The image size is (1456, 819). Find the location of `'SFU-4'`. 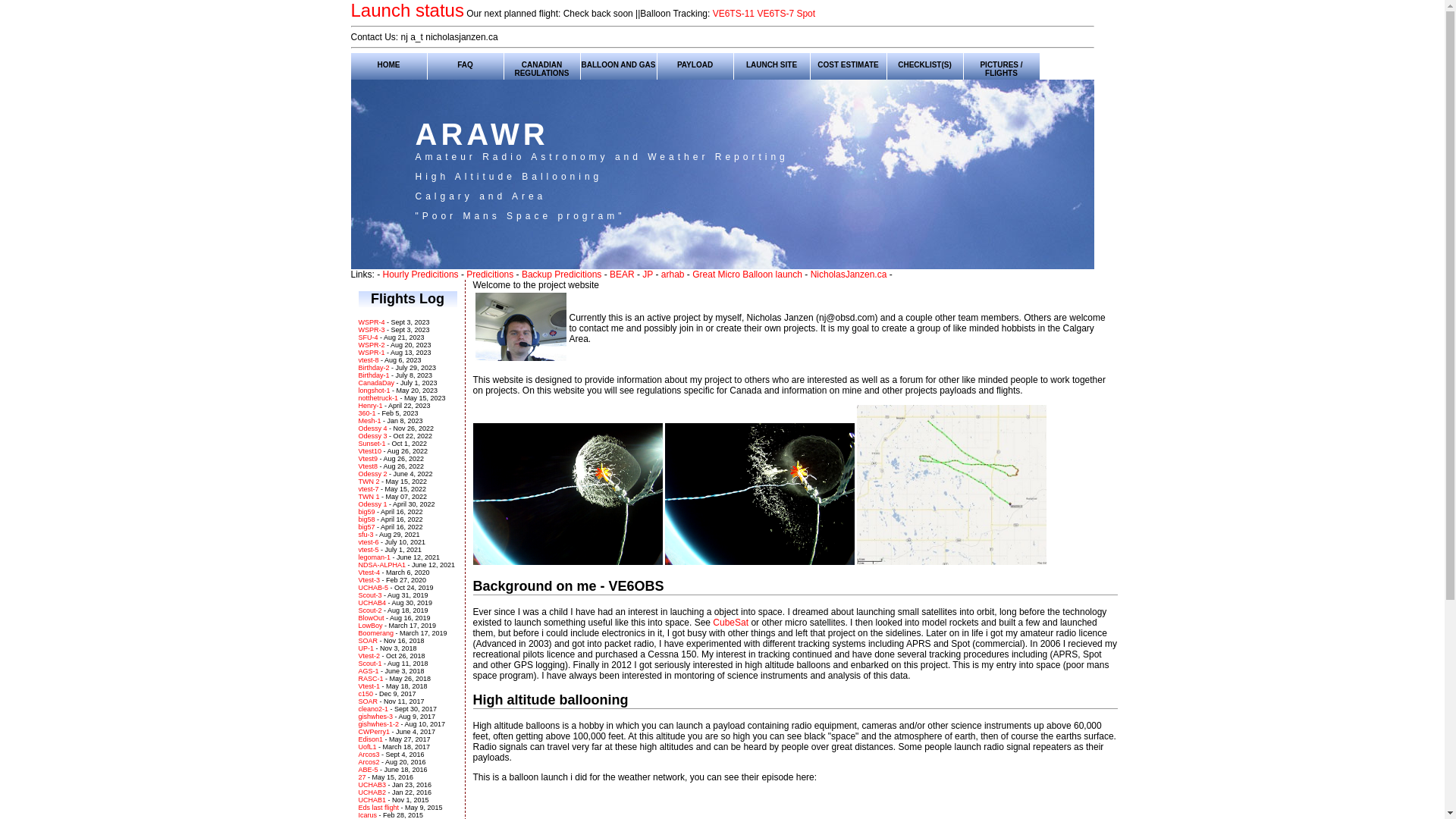

'SFU-4' is located at coordinates (367, 336).